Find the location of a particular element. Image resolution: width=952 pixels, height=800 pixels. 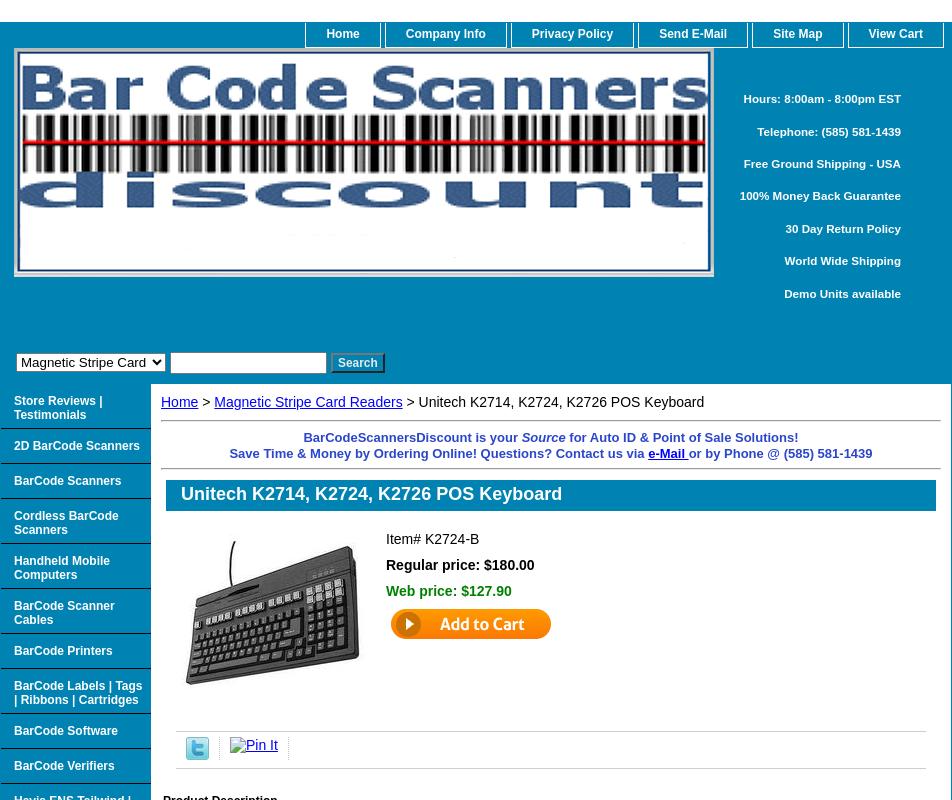

'Send e-Mail' is located at coordinates (658, 33).